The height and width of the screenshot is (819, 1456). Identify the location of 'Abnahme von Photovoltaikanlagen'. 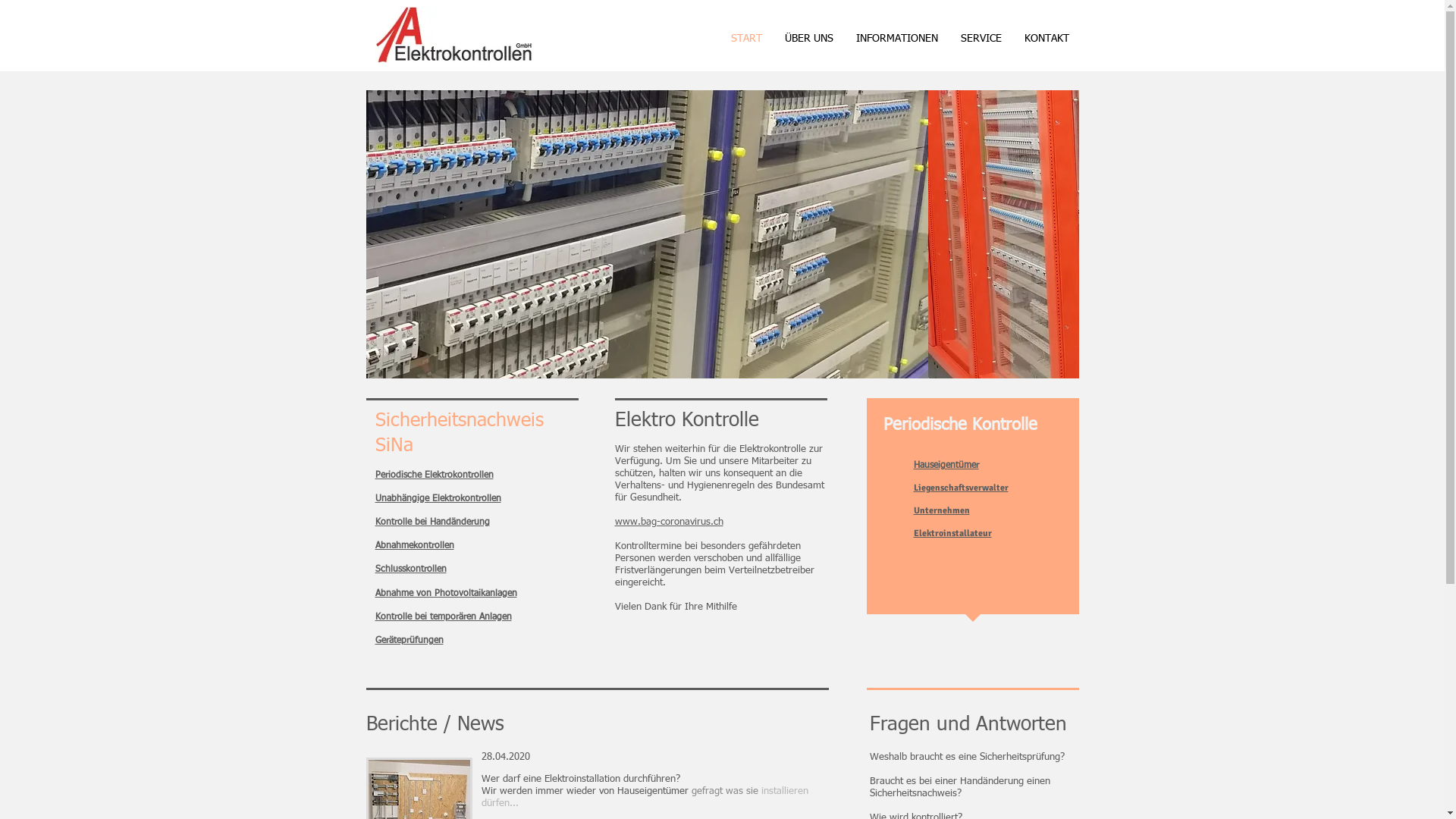
(444, 593).